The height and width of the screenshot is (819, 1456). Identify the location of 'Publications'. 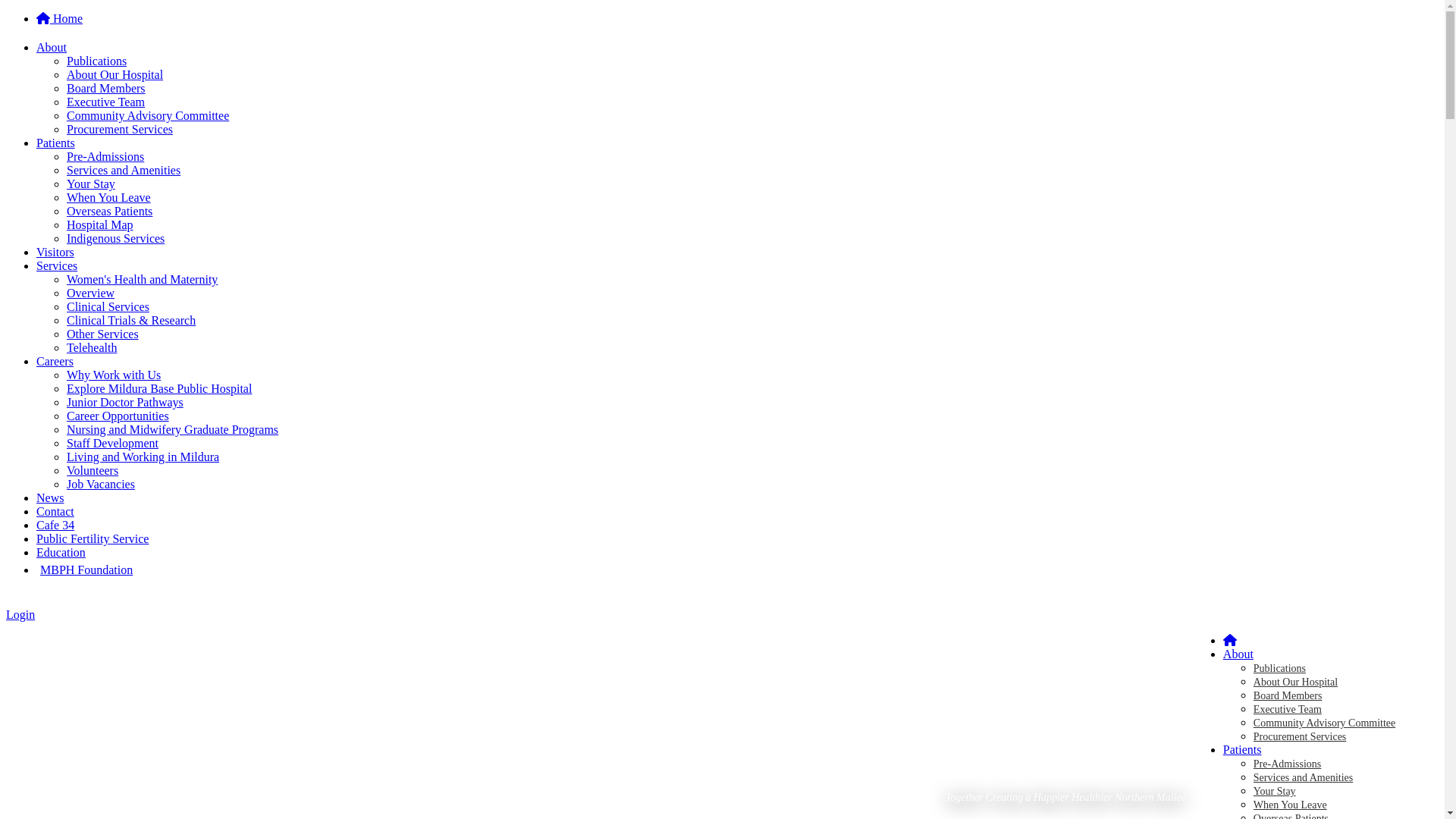
(96, 60).